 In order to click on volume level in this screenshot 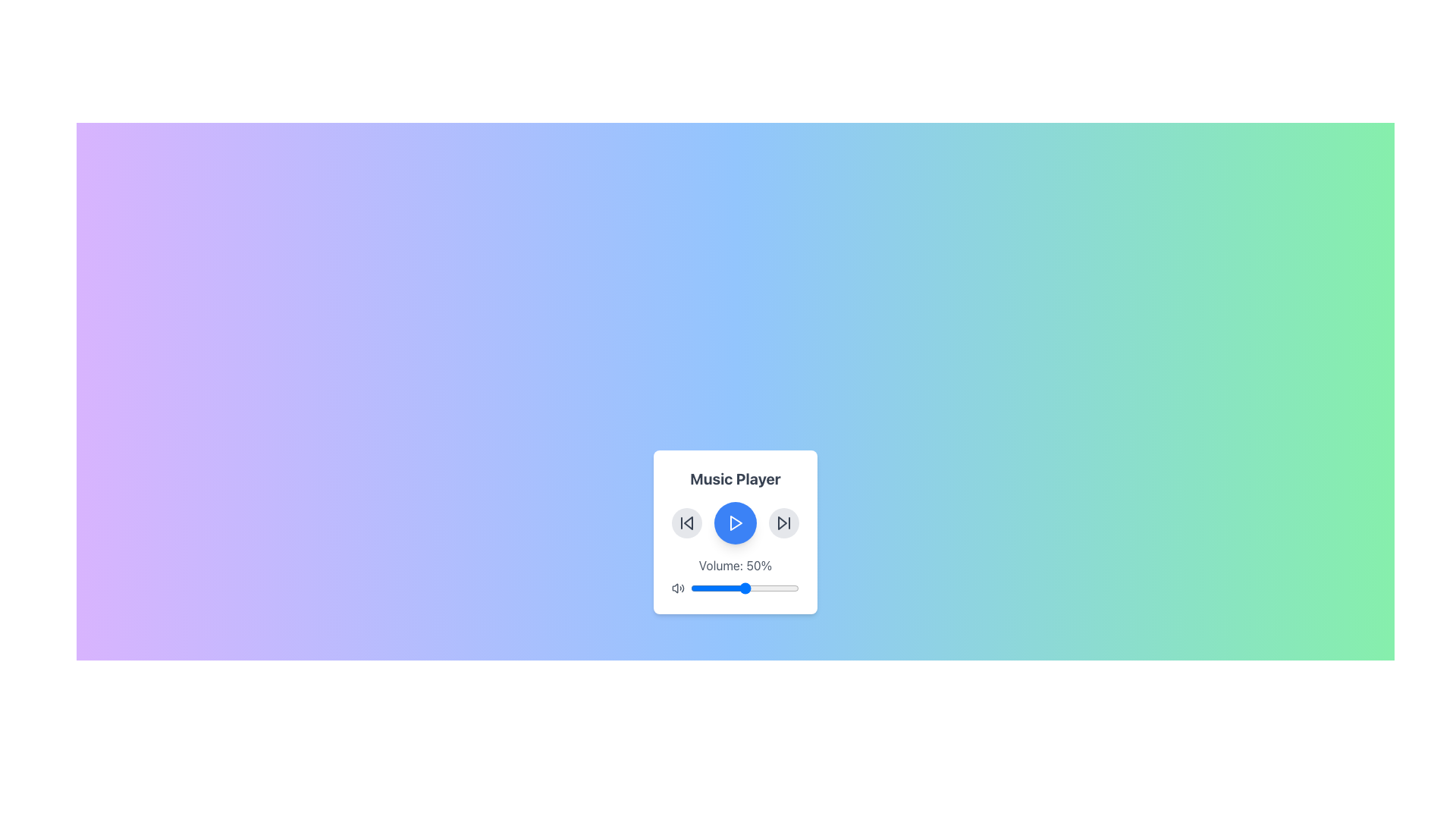, I will do `click(719, 587)`.